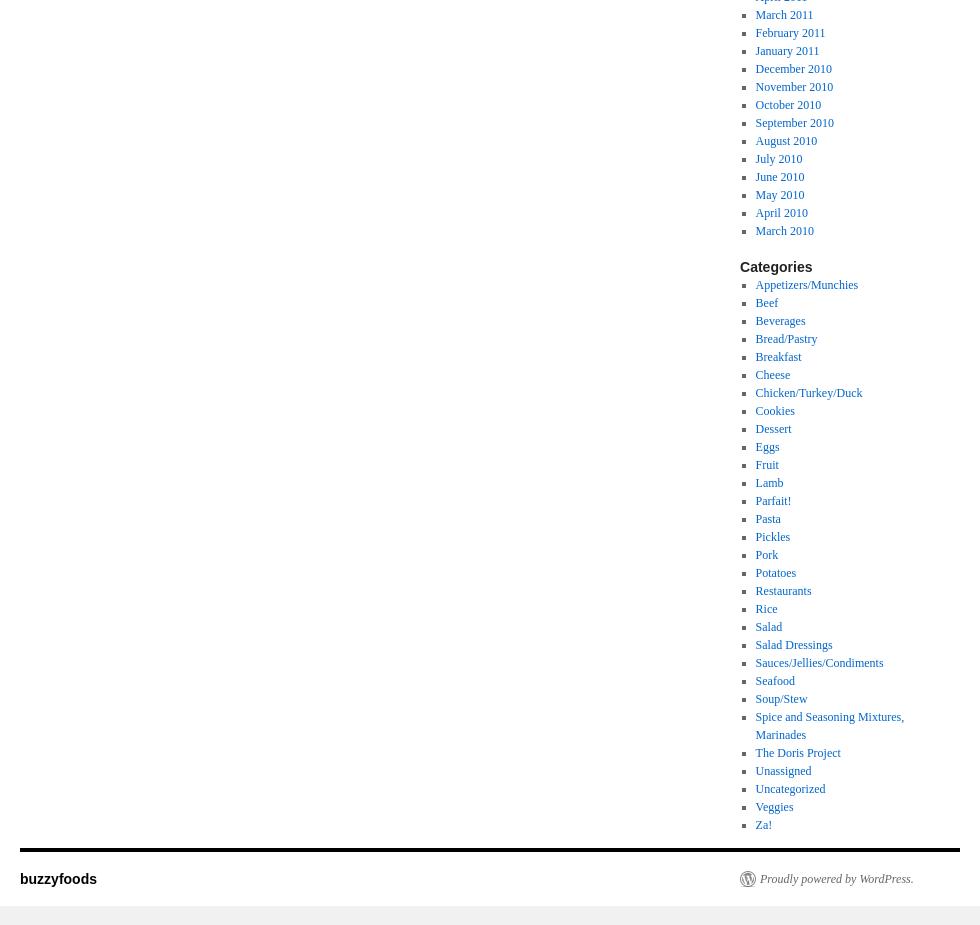 The width and height of the screenshot is (980, 925). I want to click on 'Rice', so click(765, 609).